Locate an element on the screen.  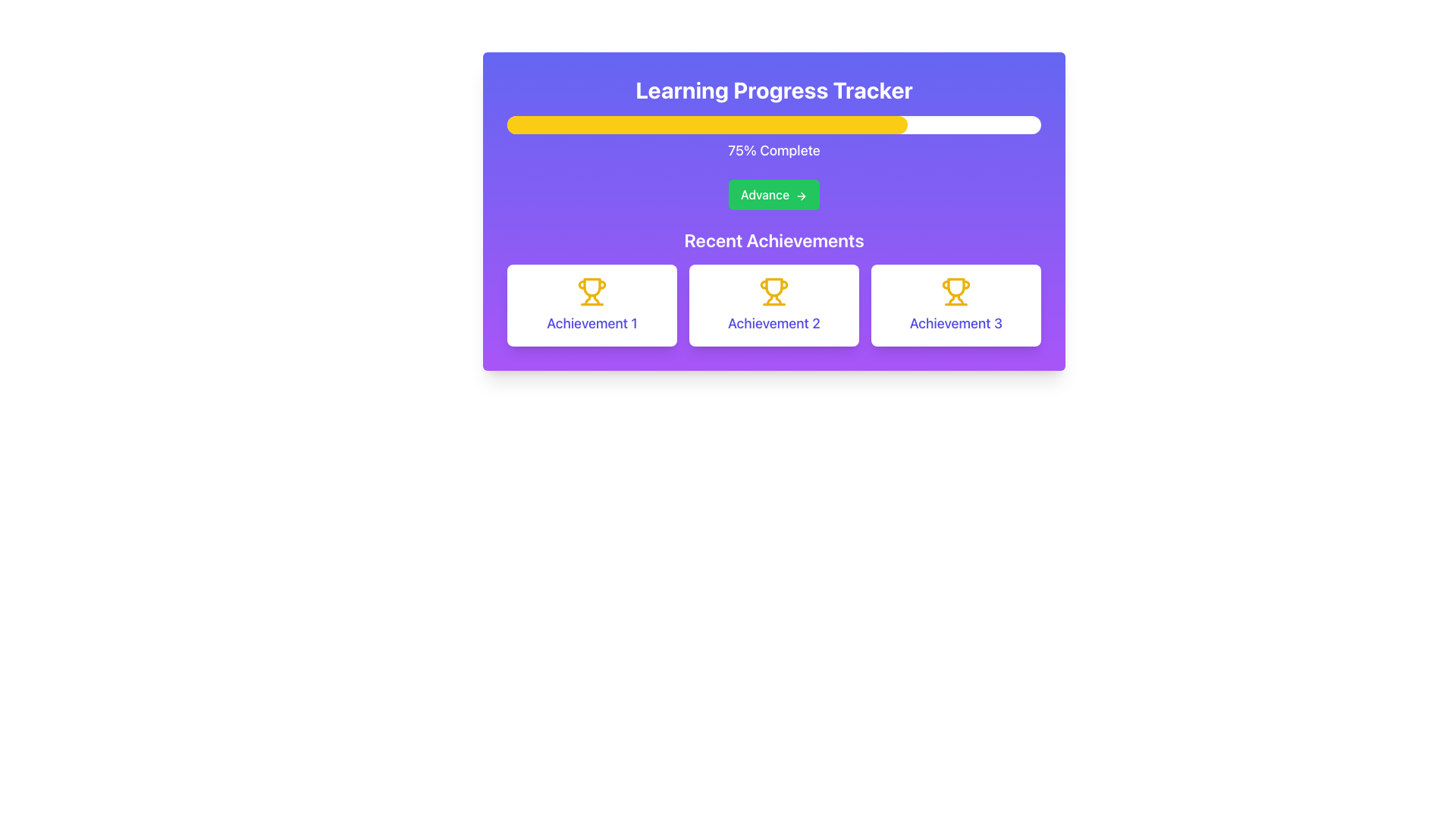
text label that displays 'Achievement 3', which is styled with a larger font size and bold lettering, located under the yellow trophy icon in the Recent Achievements section is located at coordinates (955, 323).